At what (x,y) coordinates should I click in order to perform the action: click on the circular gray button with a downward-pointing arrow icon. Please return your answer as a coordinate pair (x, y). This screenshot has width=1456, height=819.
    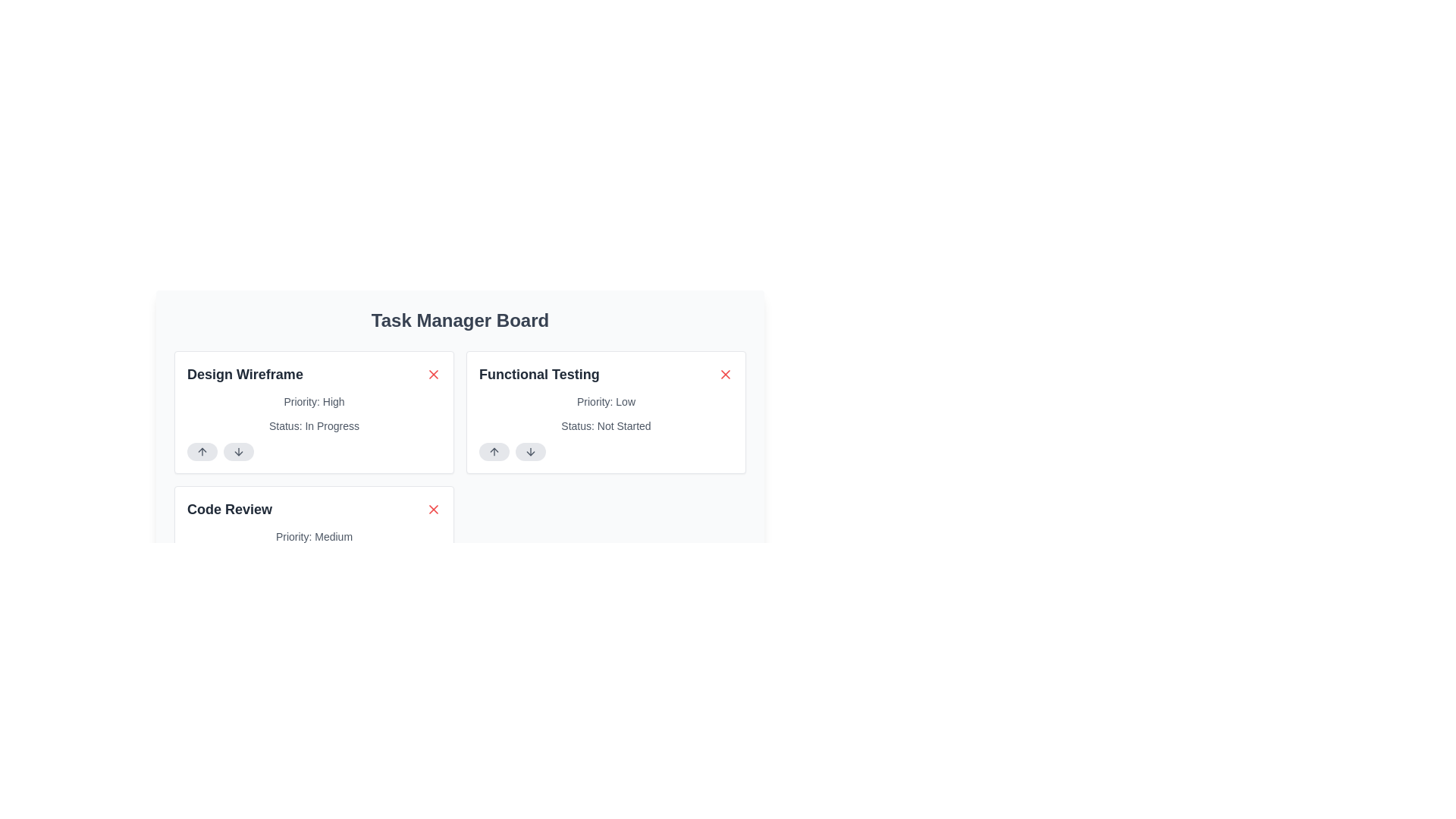
    Looking at the image, I should click on (531, 451).